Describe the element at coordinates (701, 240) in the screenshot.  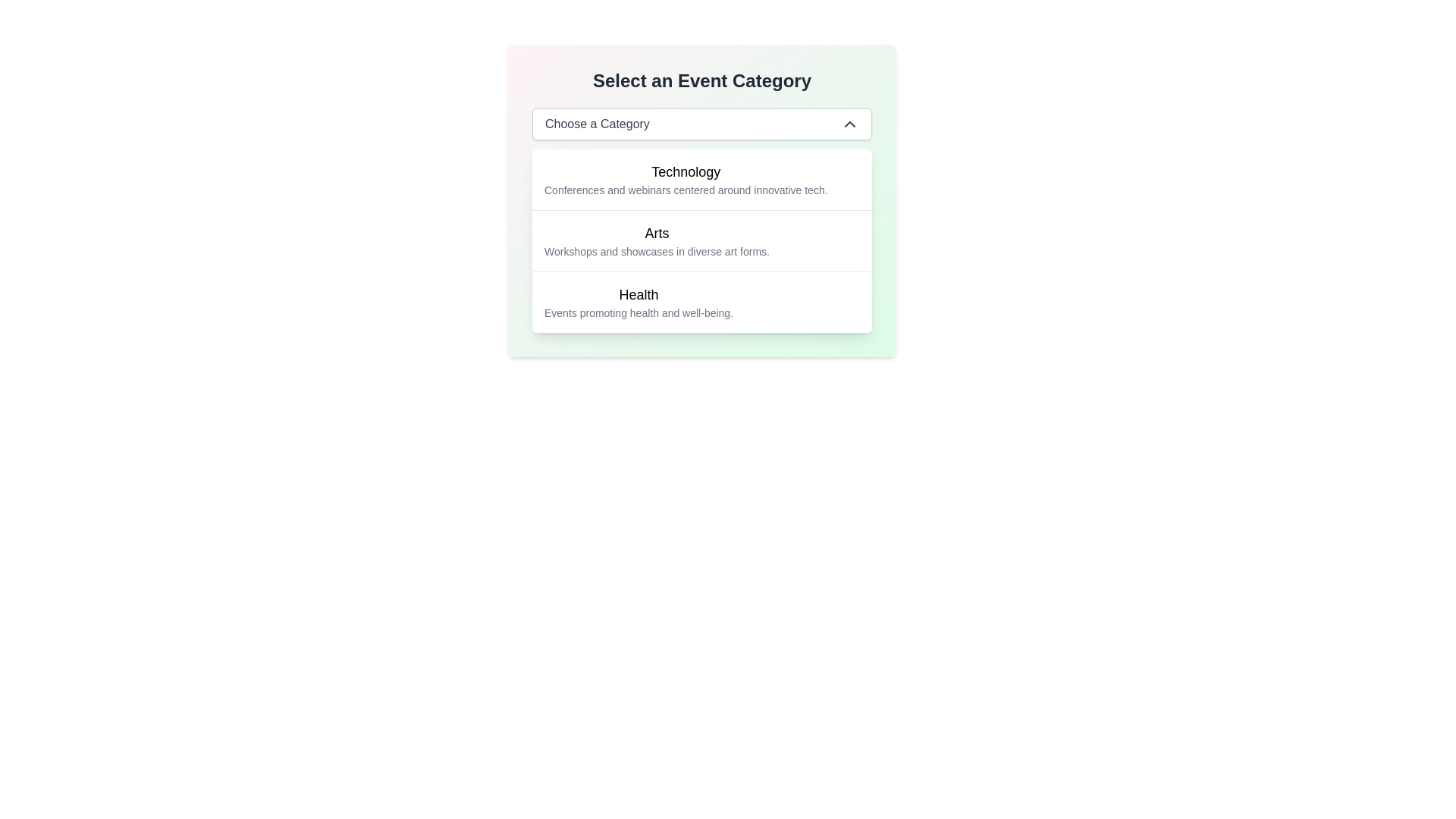
I see `to select the 'Arts' category from the second option in the dropdown list of selectable items` at that location.